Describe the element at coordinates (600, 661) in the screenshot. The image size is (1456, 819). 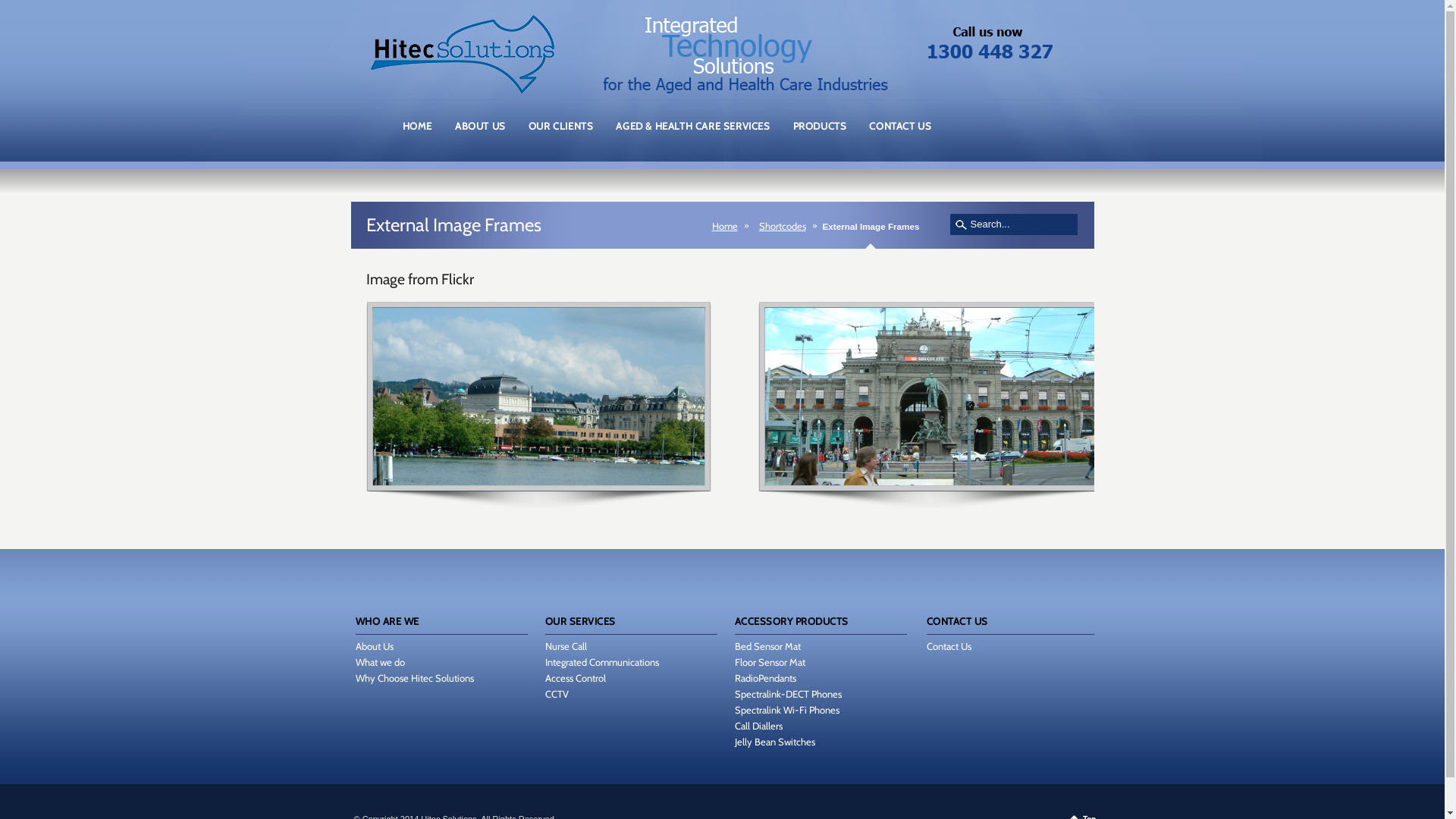
I see `'Integrated Communications'` at that location.